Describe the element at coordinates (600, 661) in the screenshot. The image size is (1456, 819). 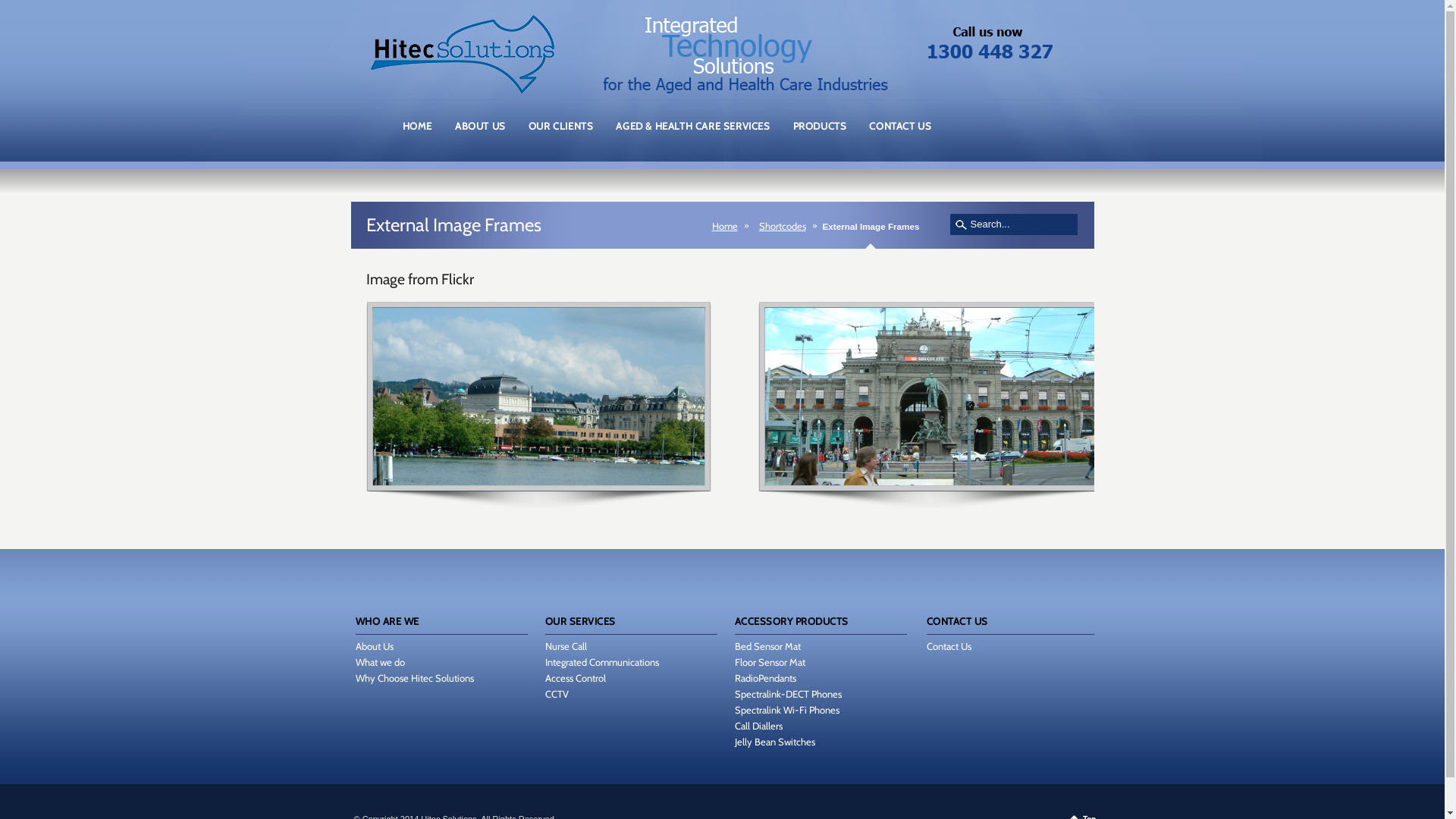
I see `'Integrated Communications'` at that location.